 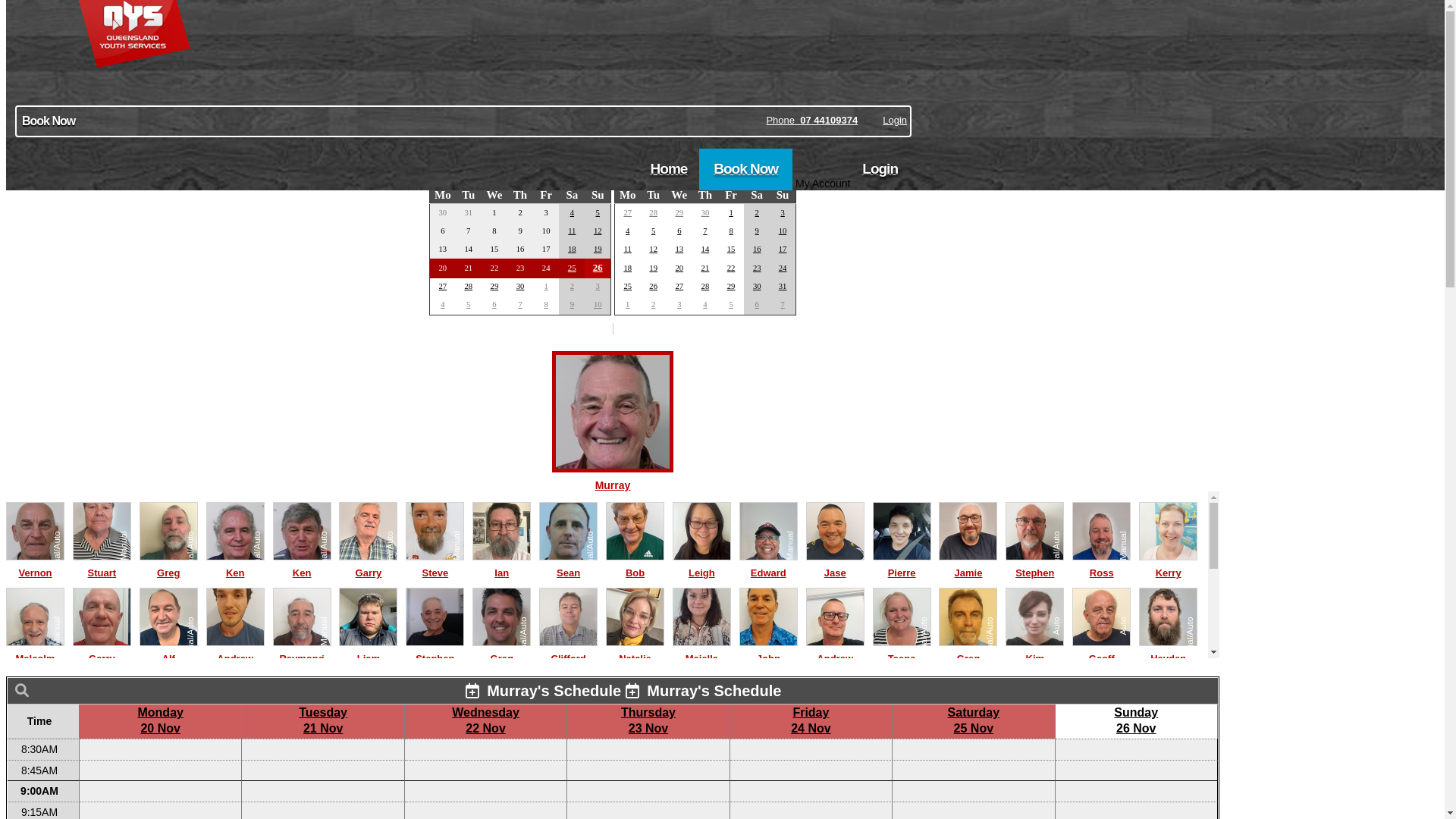 I want to click on '7', so click(x=519, y=304).